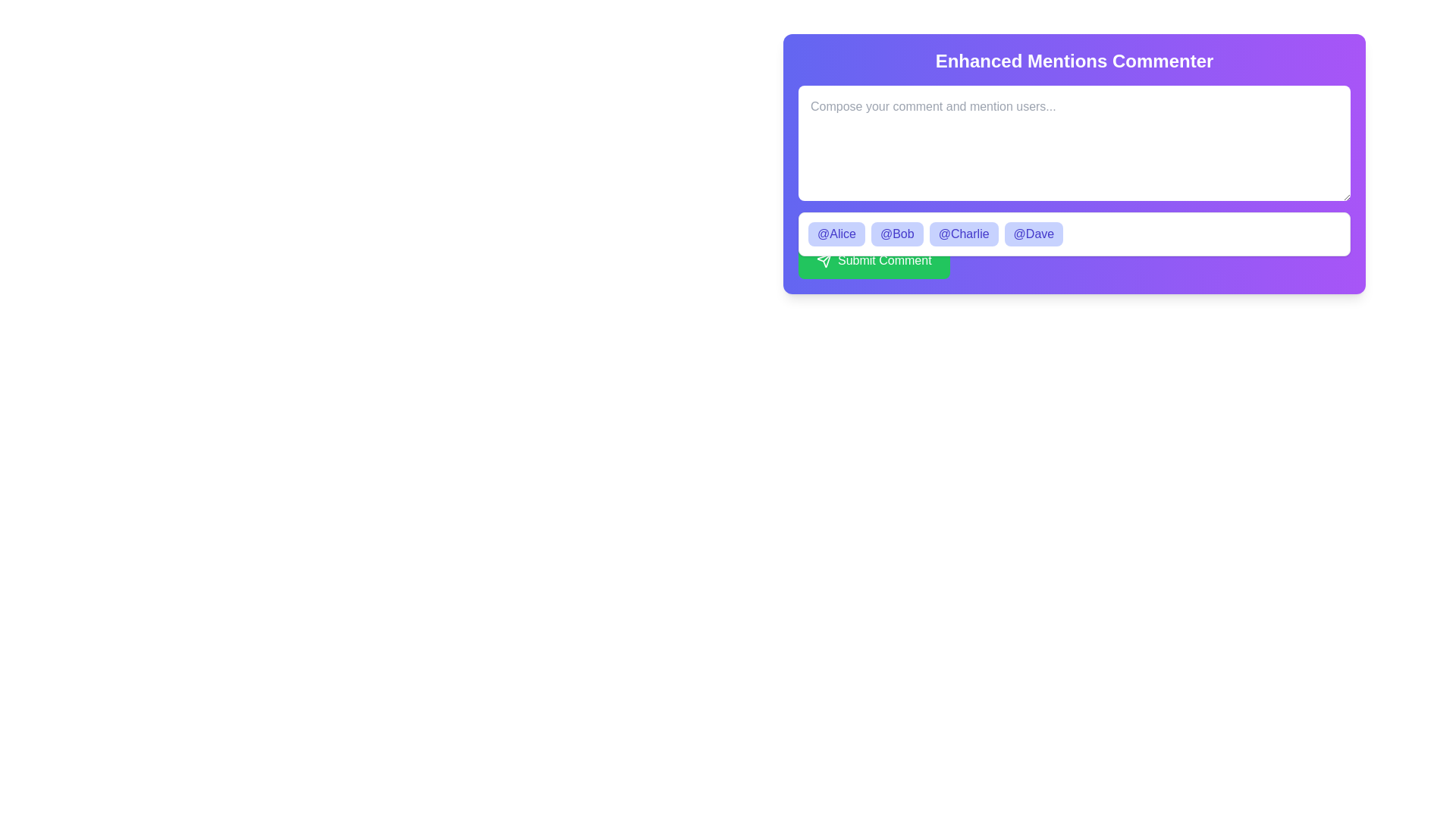 Image resolution: width=1456 pixels, height=819 pixels. Describe the element at coordinates (963, 234) in the screenshot. I see `the Interactive button displaying '@Charlie' in bold text with a light indigo background` at that location.